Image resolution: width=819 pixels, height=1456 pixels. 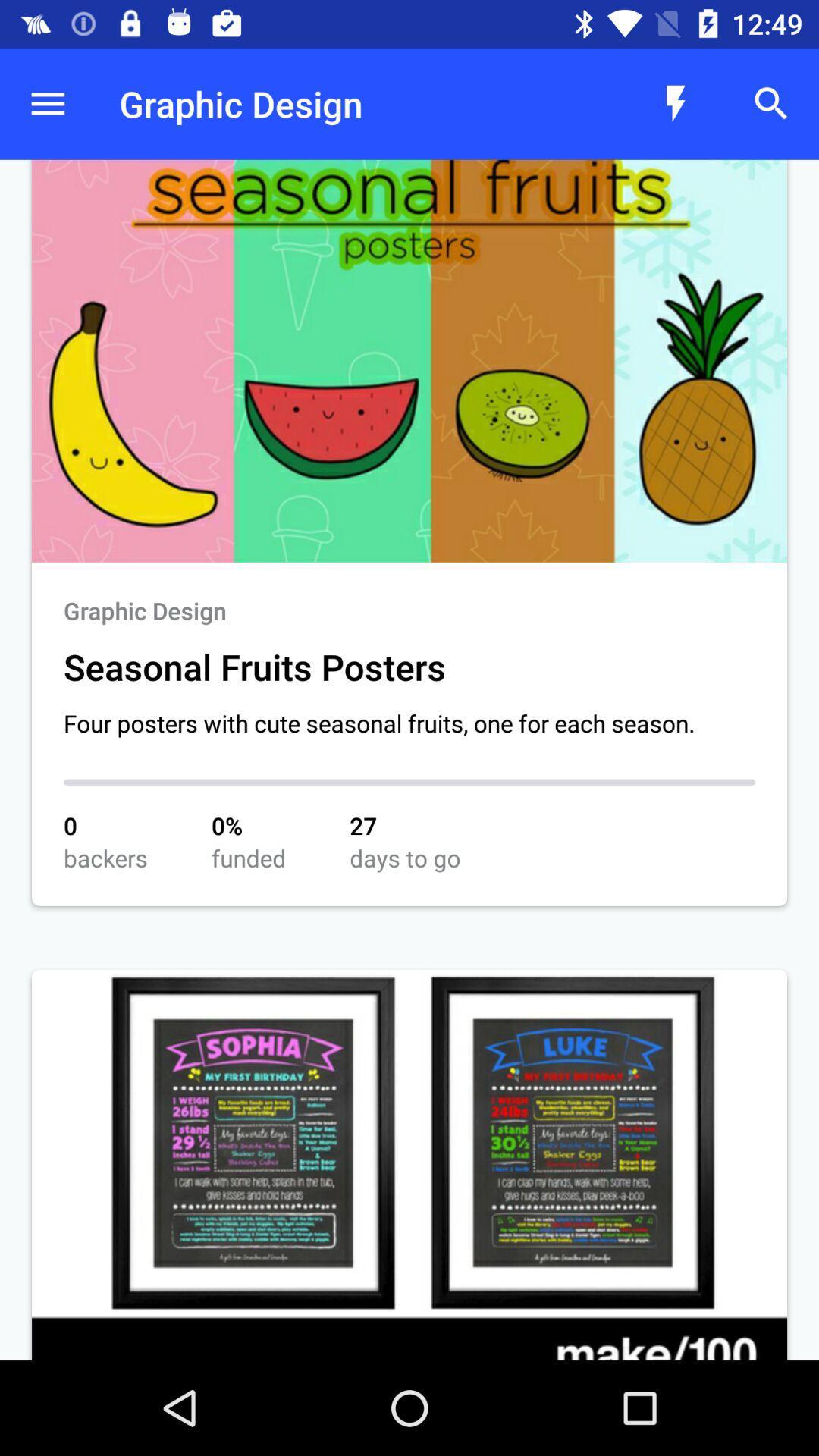 I want to click on the icon which is left to search icon, so click(x=675, y=103).